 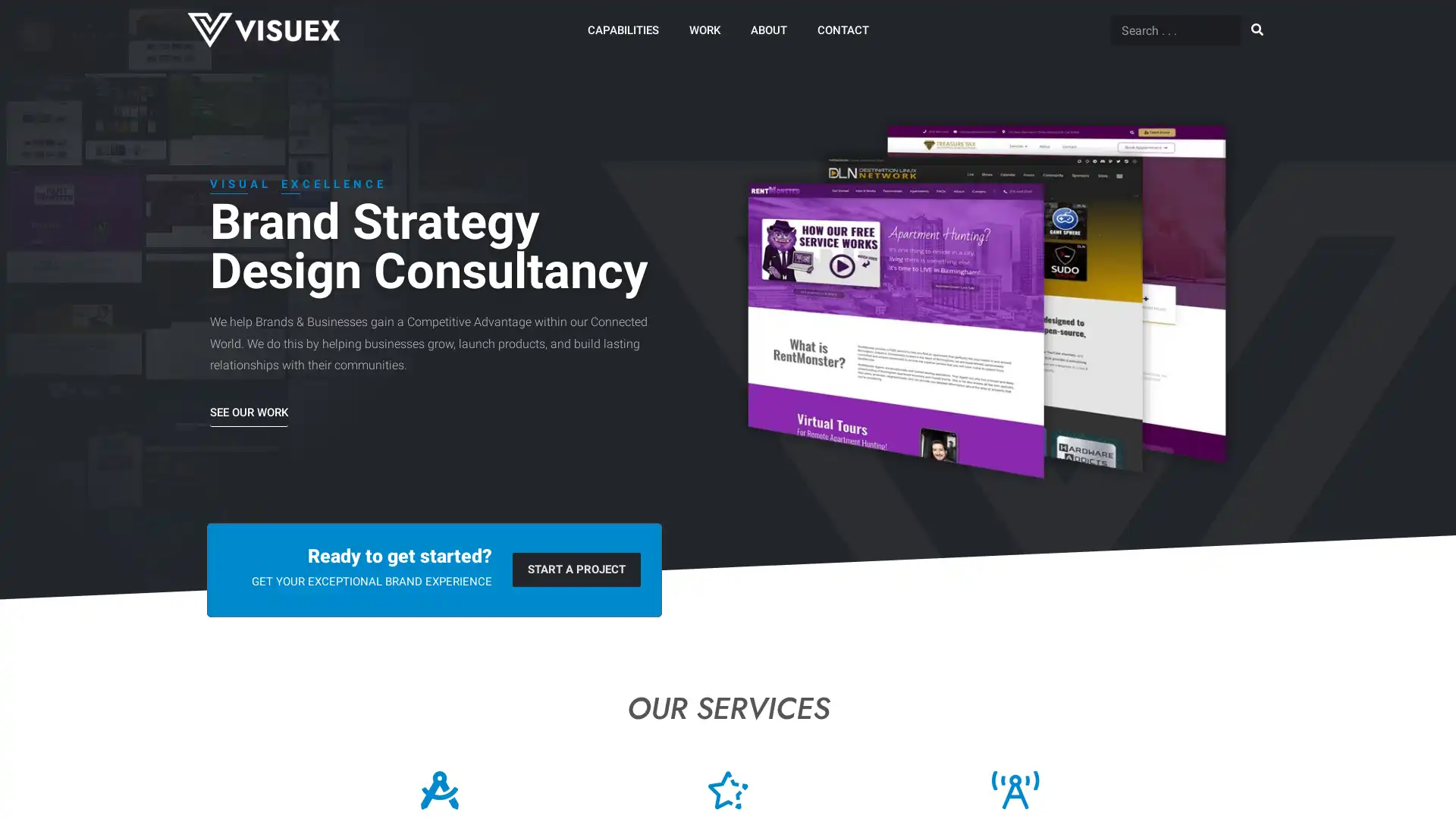 What do you see at coordinates (575, 570) in the screenshot?
I see `START A PROJECT` at bounding box center [575, 570].